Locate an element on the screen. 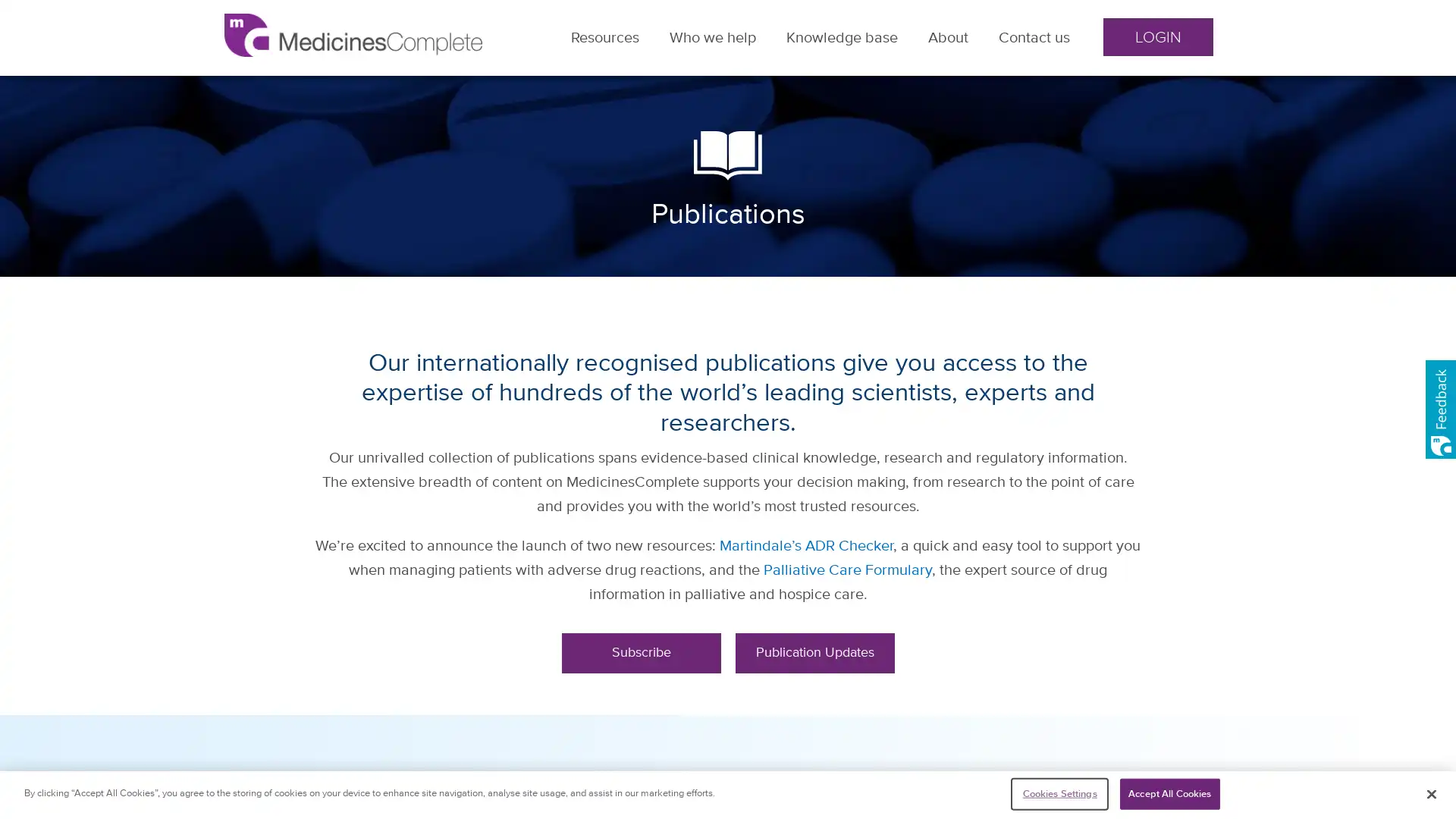  Close is located at coordinates (1430, 792).